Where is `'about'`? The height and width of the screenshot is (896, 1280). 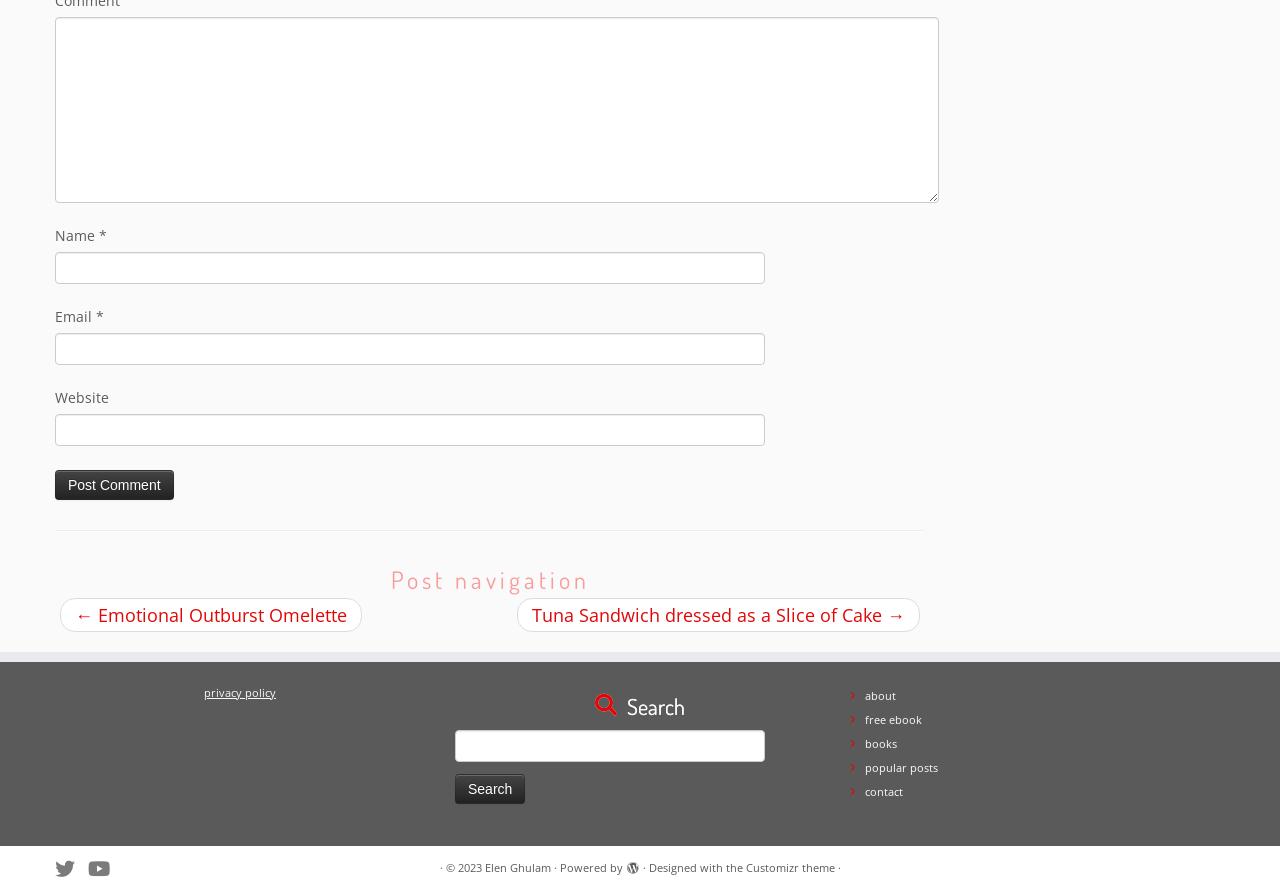
'about' is located at coordinates (865, 694).